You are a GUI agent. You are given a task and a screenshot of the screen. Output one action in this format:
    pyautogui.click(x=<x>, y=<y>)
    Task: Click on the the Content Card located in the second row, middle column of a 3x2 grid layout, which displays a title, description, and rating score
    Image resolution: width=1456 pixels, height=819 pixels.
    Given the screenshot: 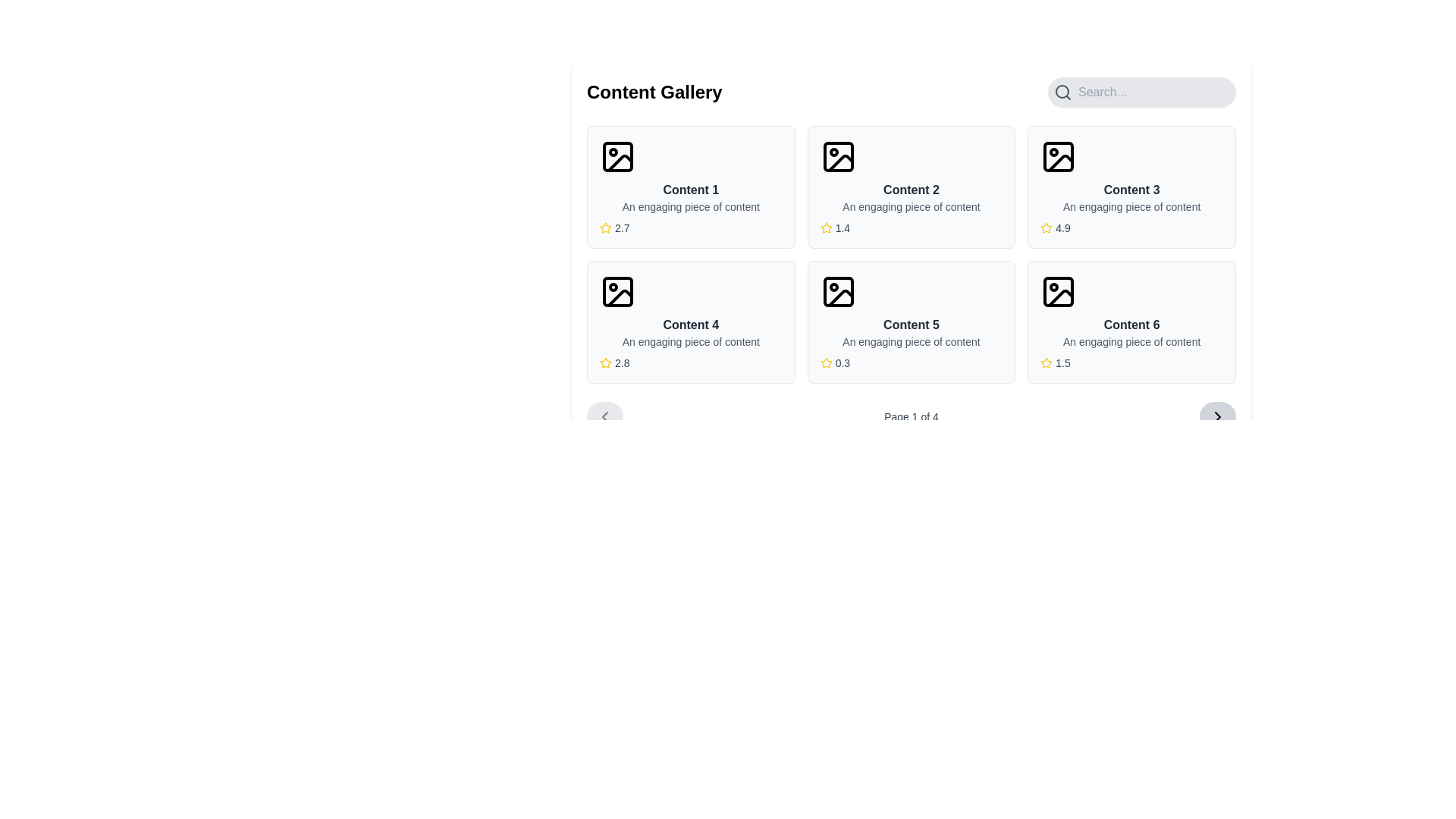 What is the action you would take?
    pyautogui.click(x=910, y=321)
    